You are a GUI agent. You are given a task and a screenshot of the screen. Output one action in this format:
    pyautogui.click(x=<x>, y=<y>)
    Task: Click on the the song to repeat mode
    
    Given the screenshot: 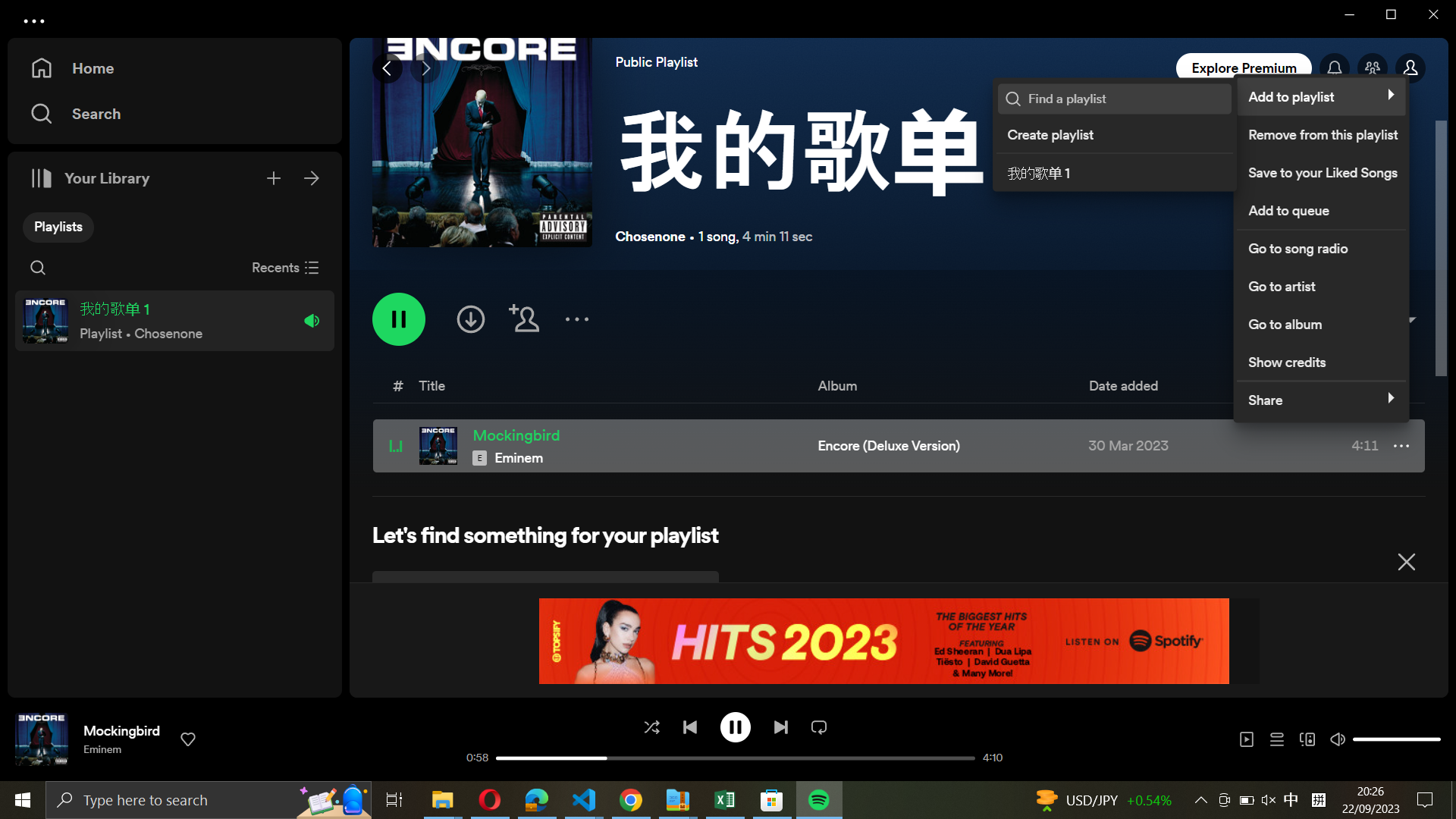 What is the action you would take?
    pyautogui.click(x=818, y=725)
    